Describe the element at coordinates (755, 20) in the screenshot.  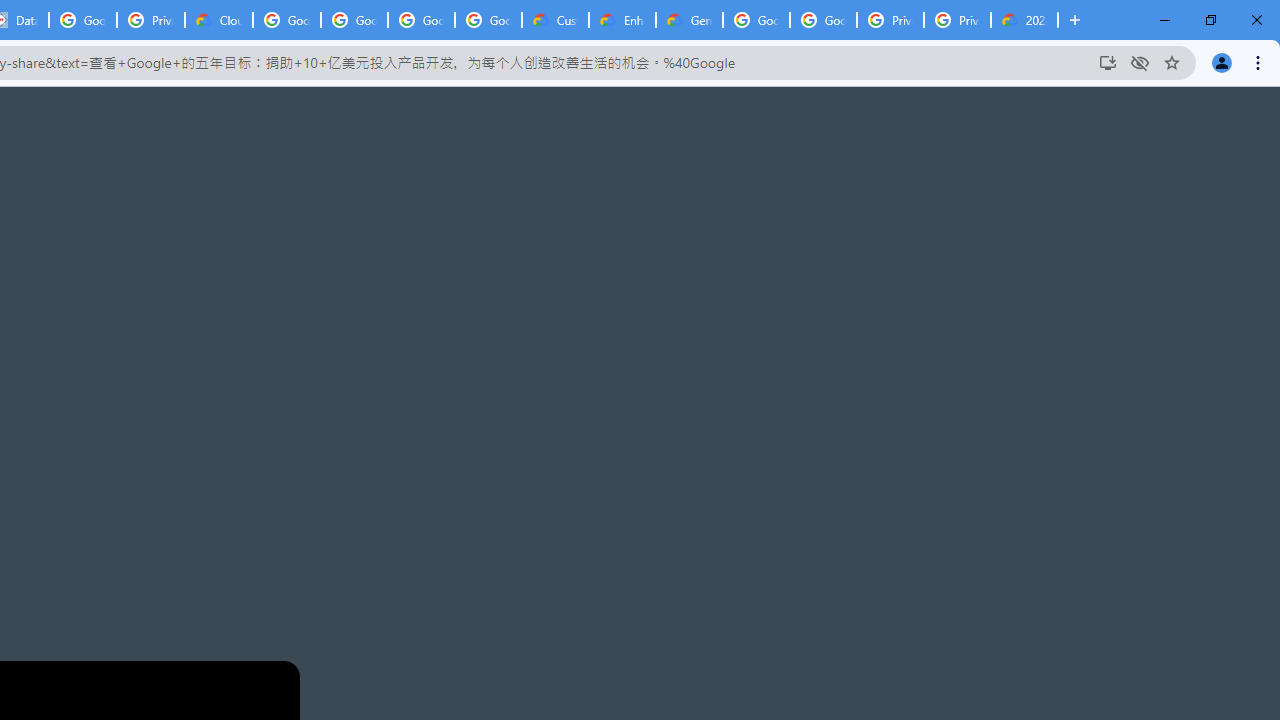
I see `'Google Cloud Platform'` at that location.